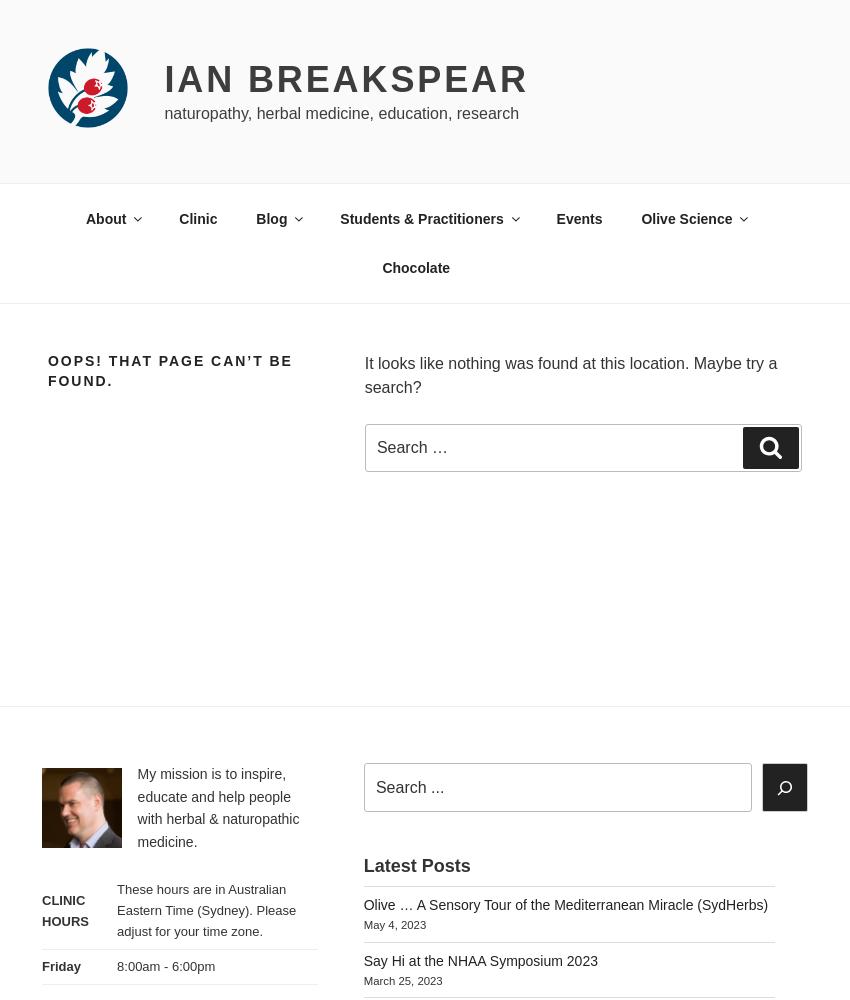 This screenshot has height=1000, width=850. Describe the element at coordinates (421, 217) in the screenshot. I see `'Students & Practitioners'` at that location.